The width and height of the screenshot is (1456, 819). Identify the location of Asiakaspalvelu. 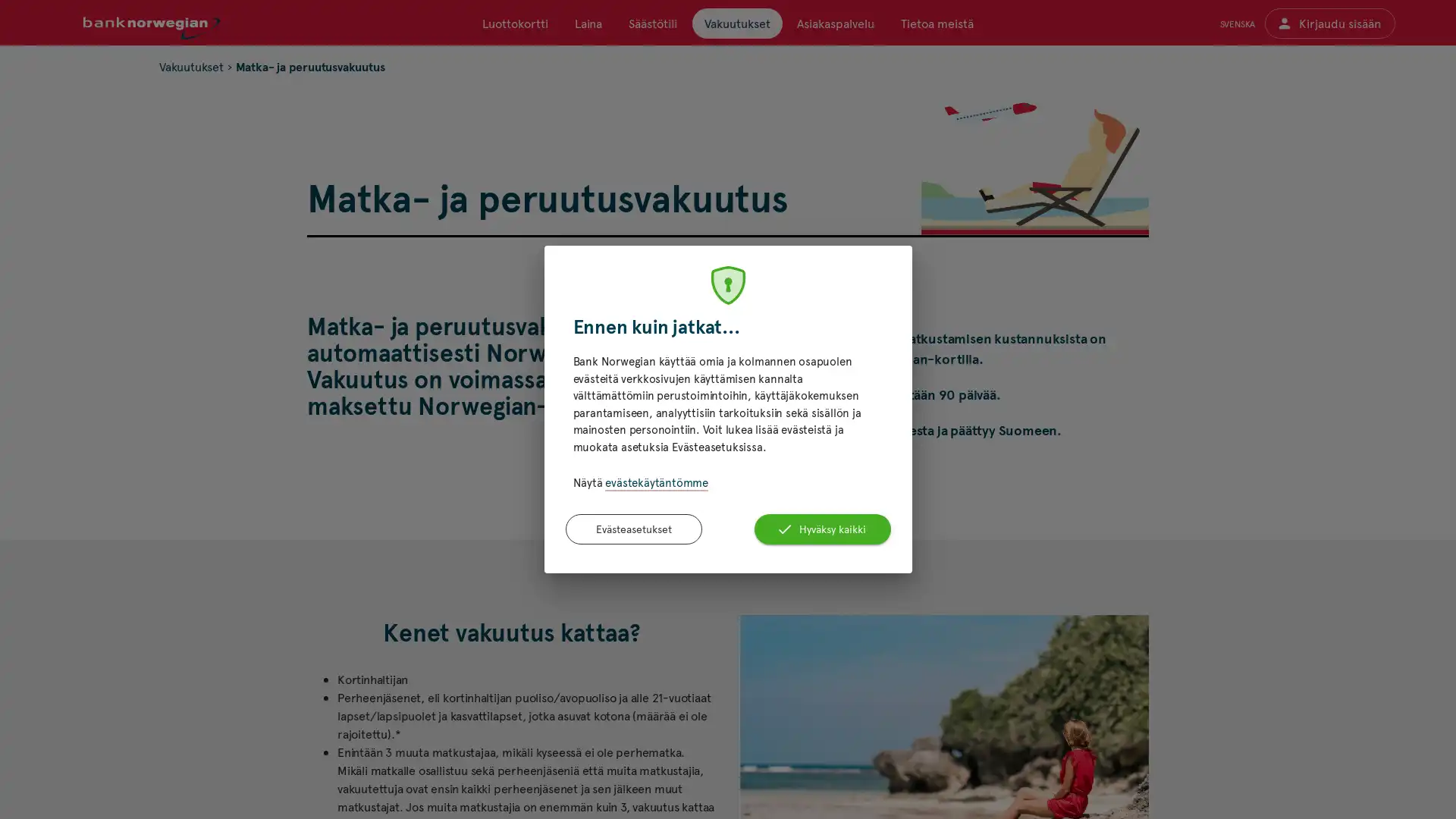
(833, 23).